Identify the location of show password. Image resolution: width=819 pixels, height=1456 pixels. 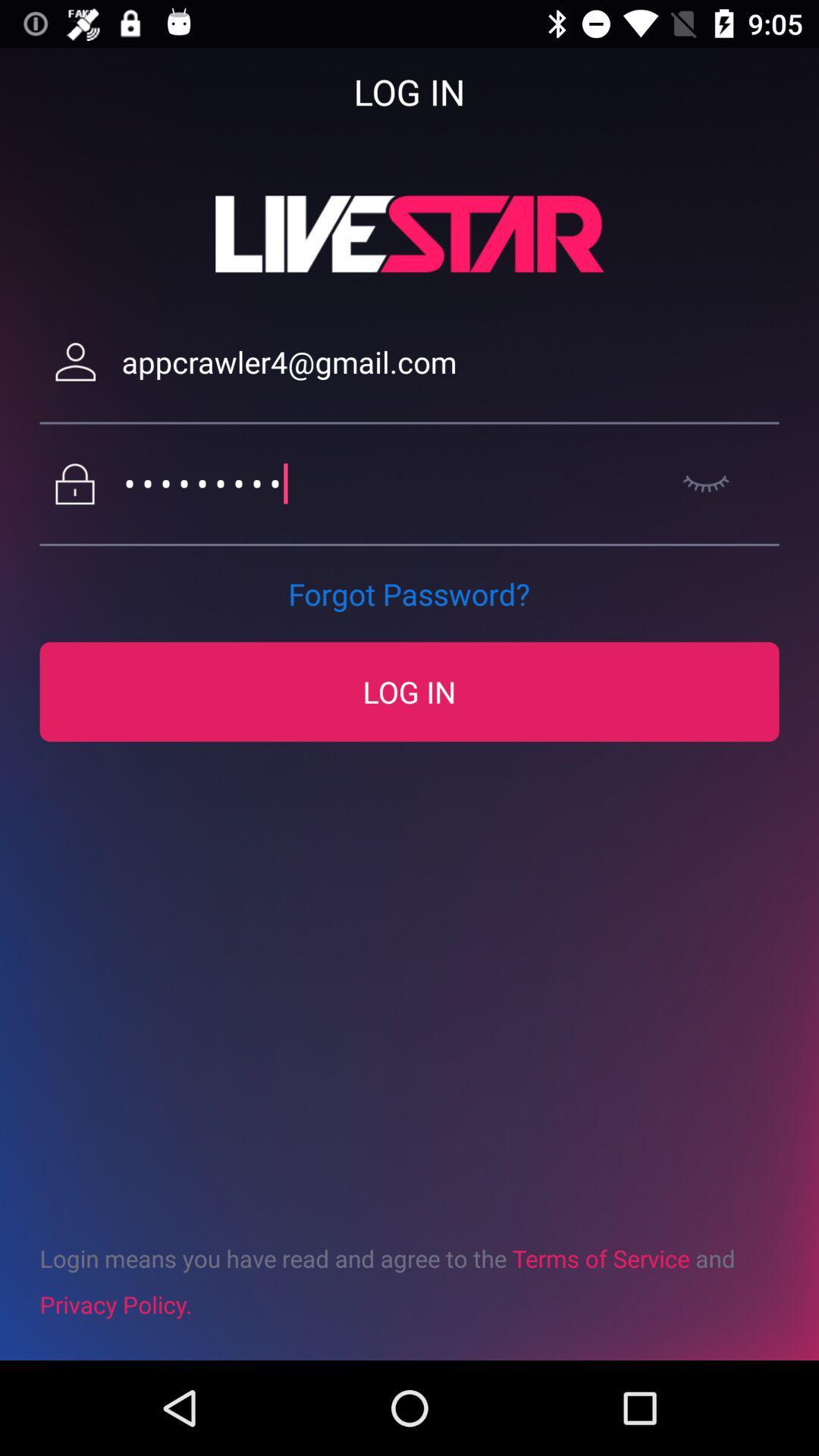
(706, 483).